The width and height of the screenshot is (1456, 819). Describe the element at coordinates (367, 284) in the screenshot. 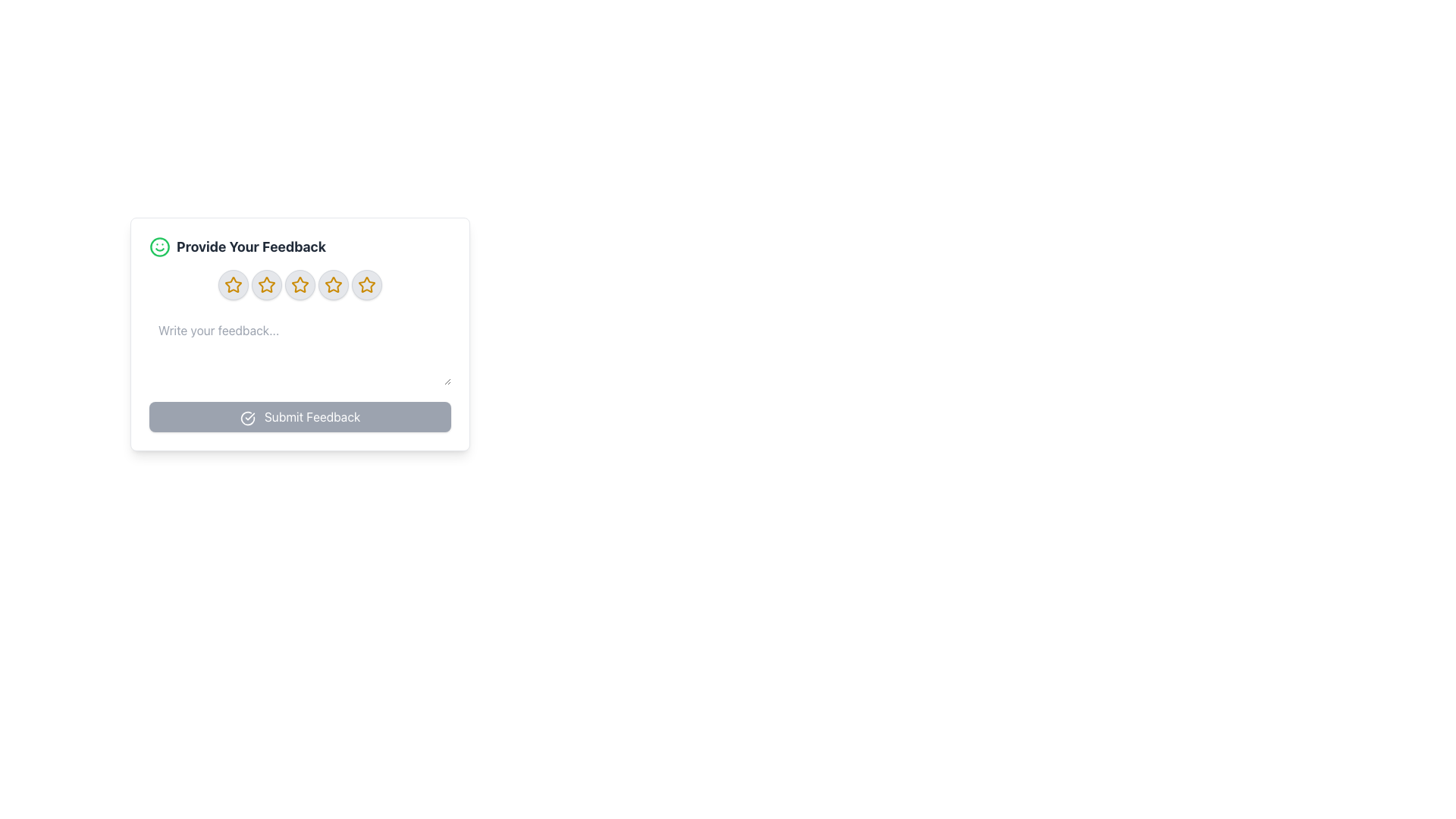

I see `the sixth star in the rating system` at that location.